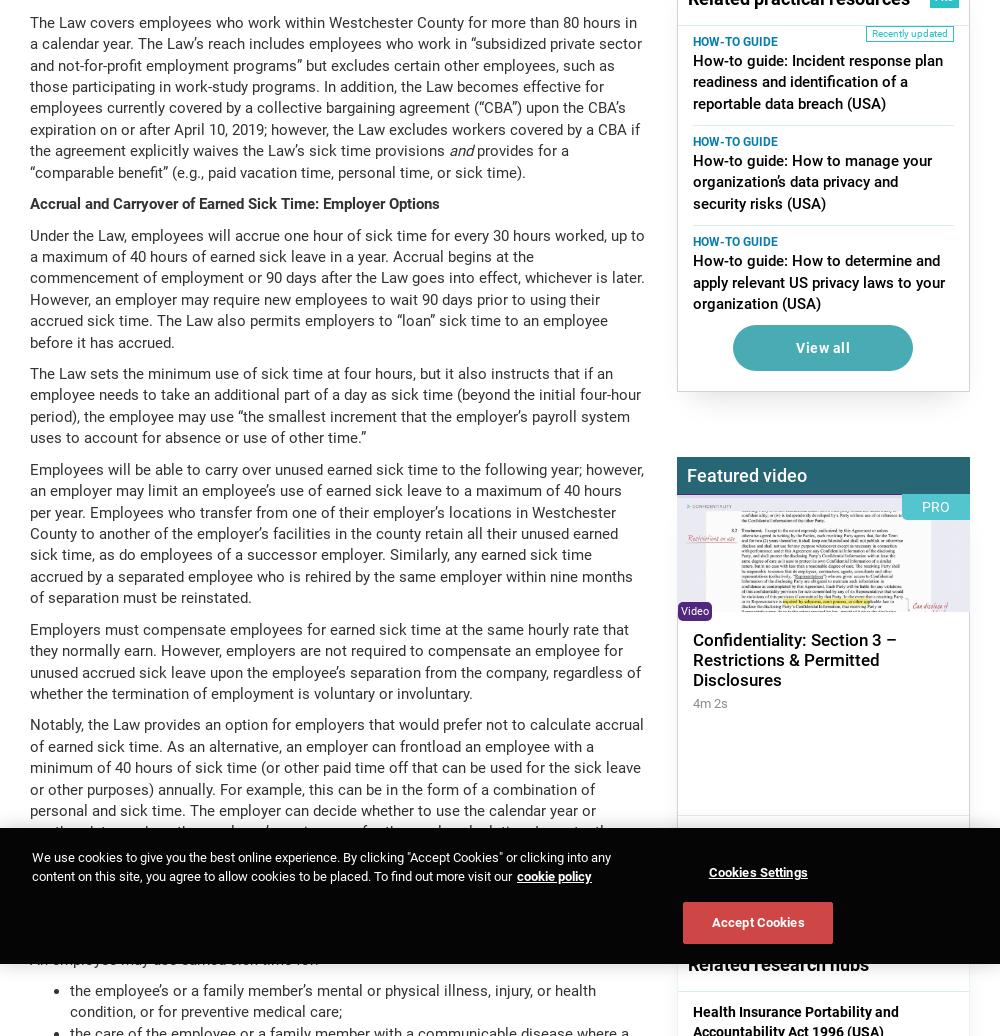 The height and width of the screenshot is (1036, 1000). Describe the element at coordinates (448, 151) in the screenshot. I see `'and'` at that location.